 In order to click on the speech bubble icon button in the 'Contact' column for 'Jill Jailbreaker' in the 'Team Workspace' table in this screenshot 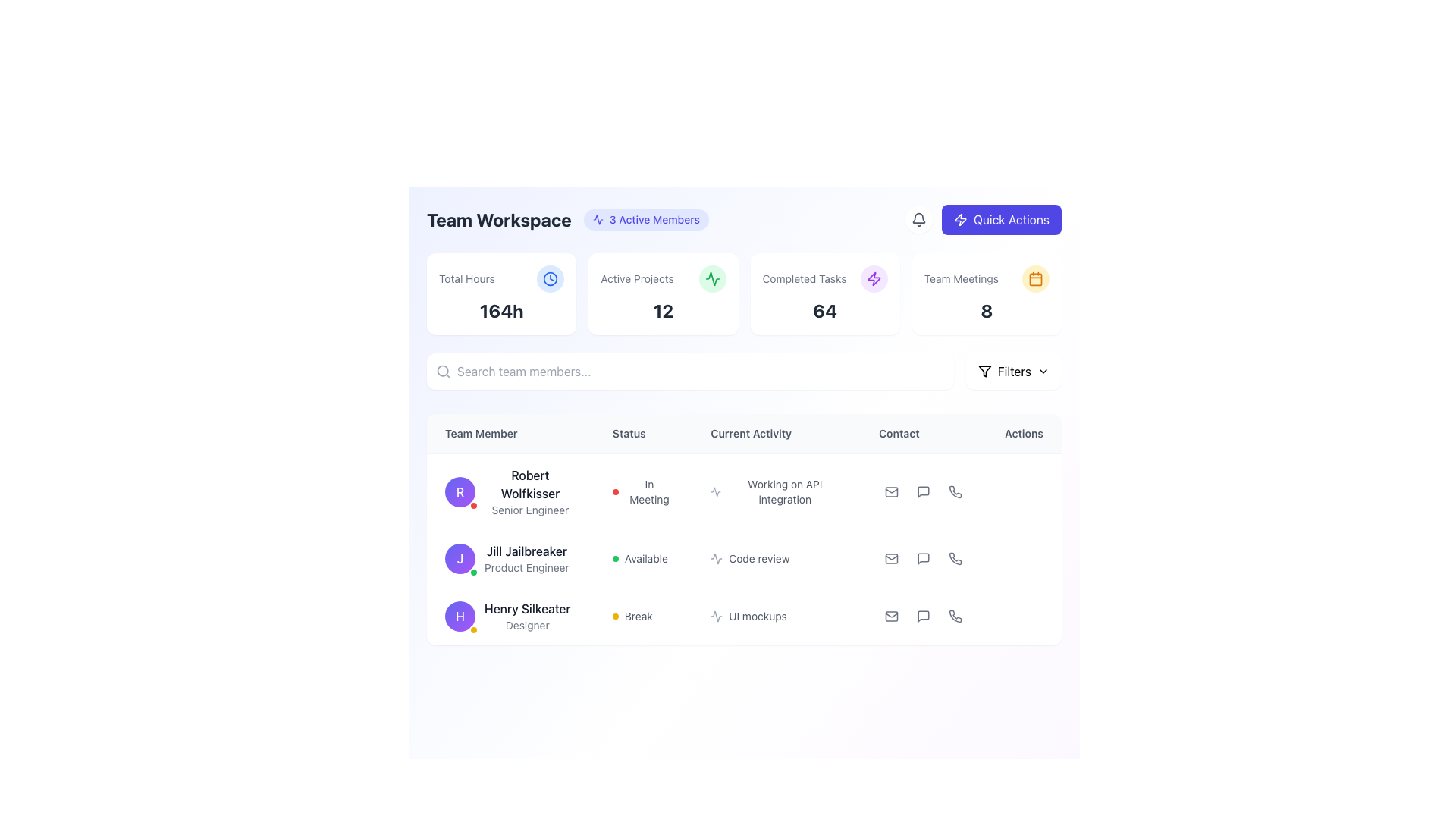, I will do `click(923, 558)`.